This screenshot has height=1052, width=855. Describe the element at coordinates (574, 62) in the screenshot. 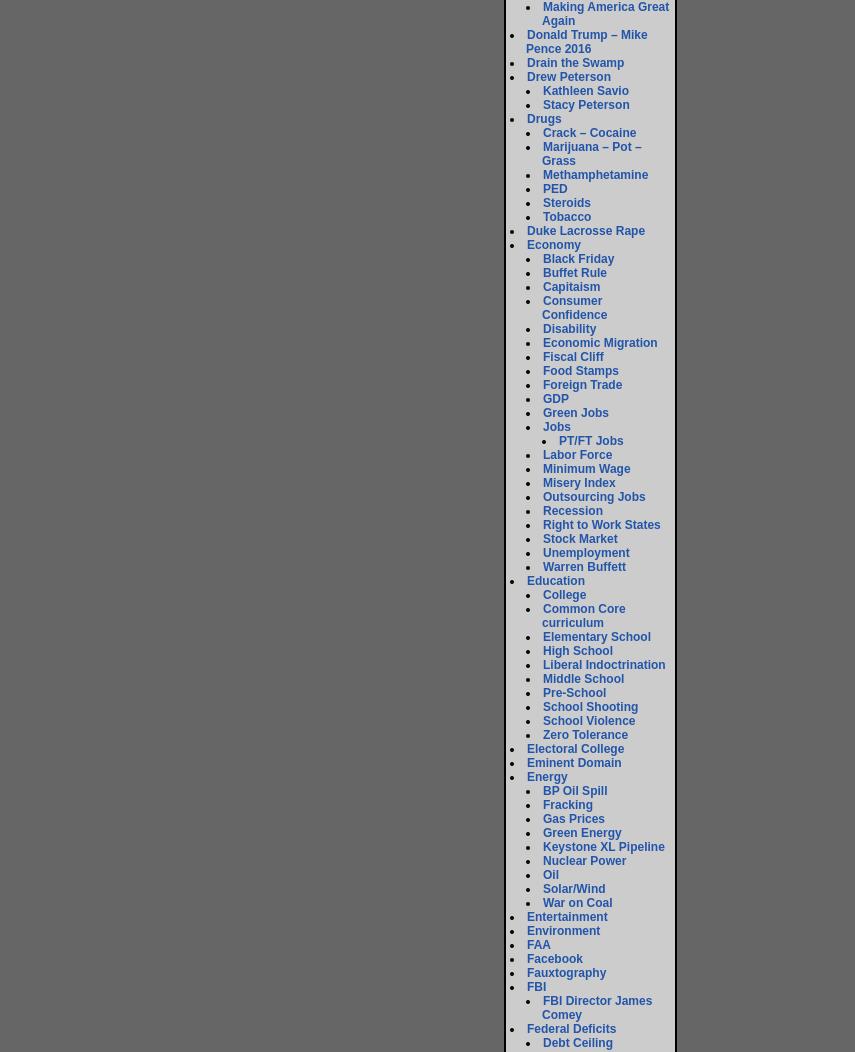

I see `'Drain the Swamp'` at that location.